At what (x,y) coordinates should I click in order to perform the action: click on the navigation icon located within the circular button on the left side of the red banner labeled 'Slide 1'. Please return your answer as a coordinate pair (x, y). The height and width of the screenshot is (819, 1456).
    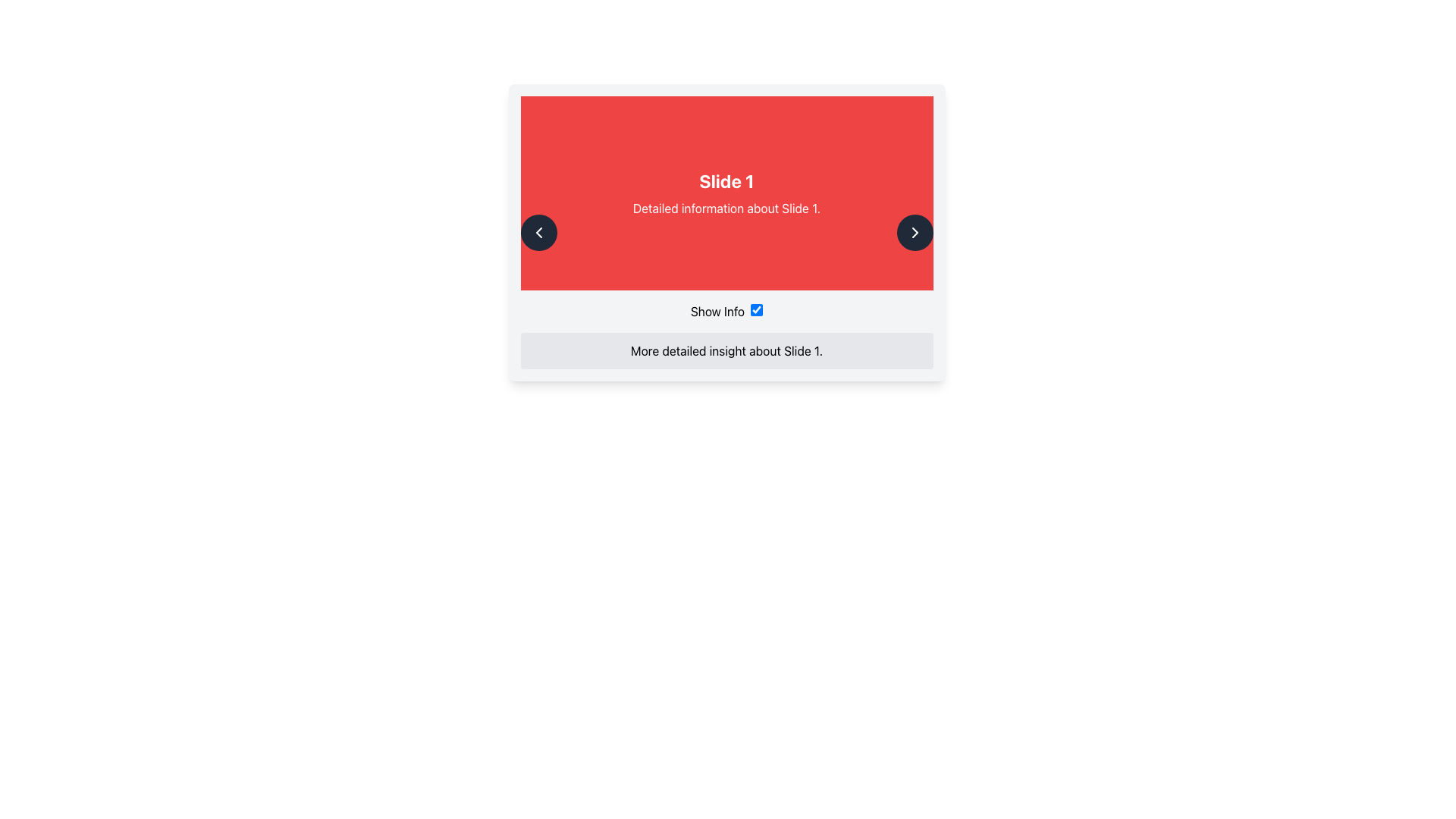
    Looking at the image, I should click on (538, 233).